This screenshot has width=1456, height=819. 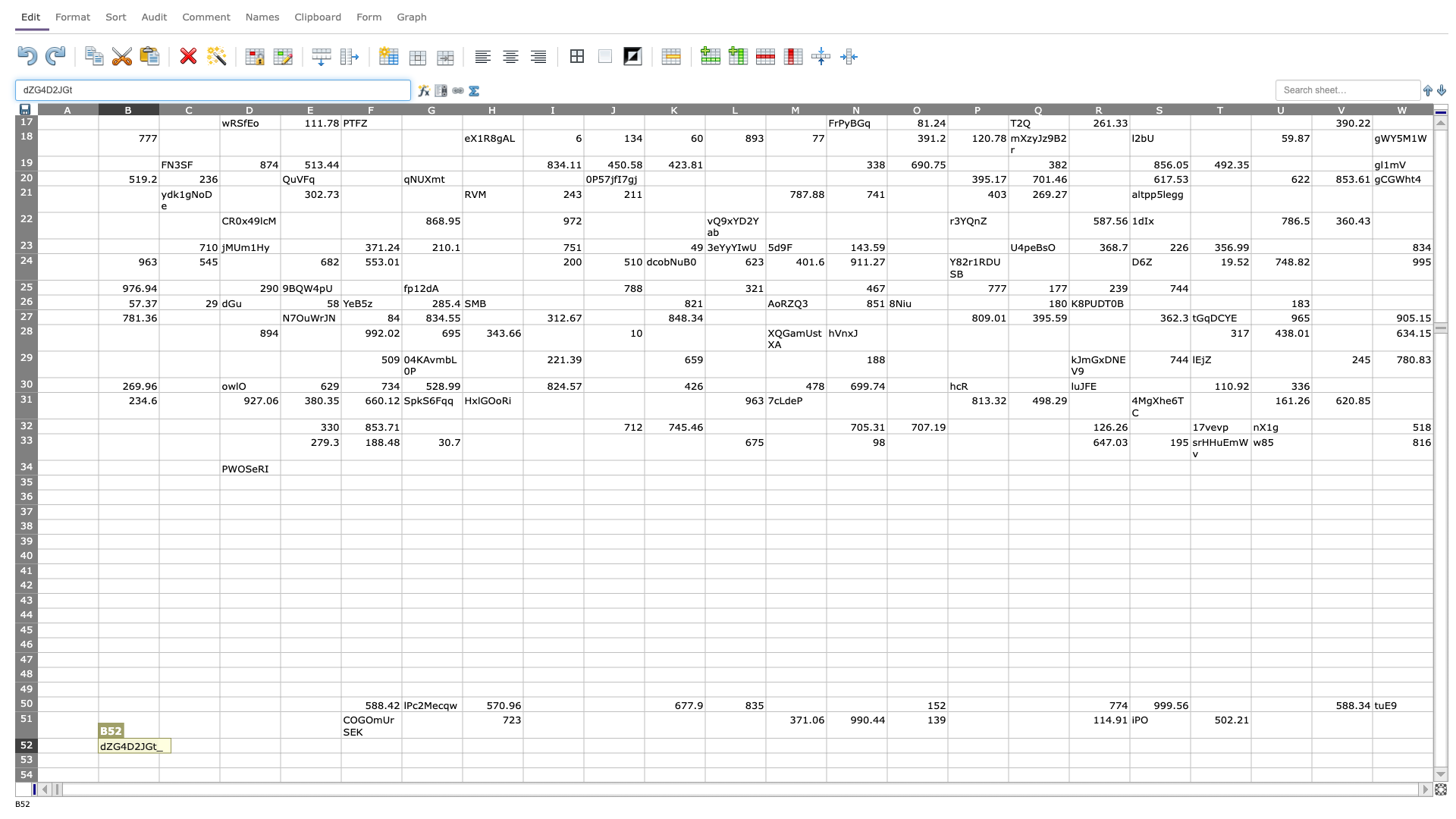 I want to click on top left corner of E52, so click(x=280, y=737).